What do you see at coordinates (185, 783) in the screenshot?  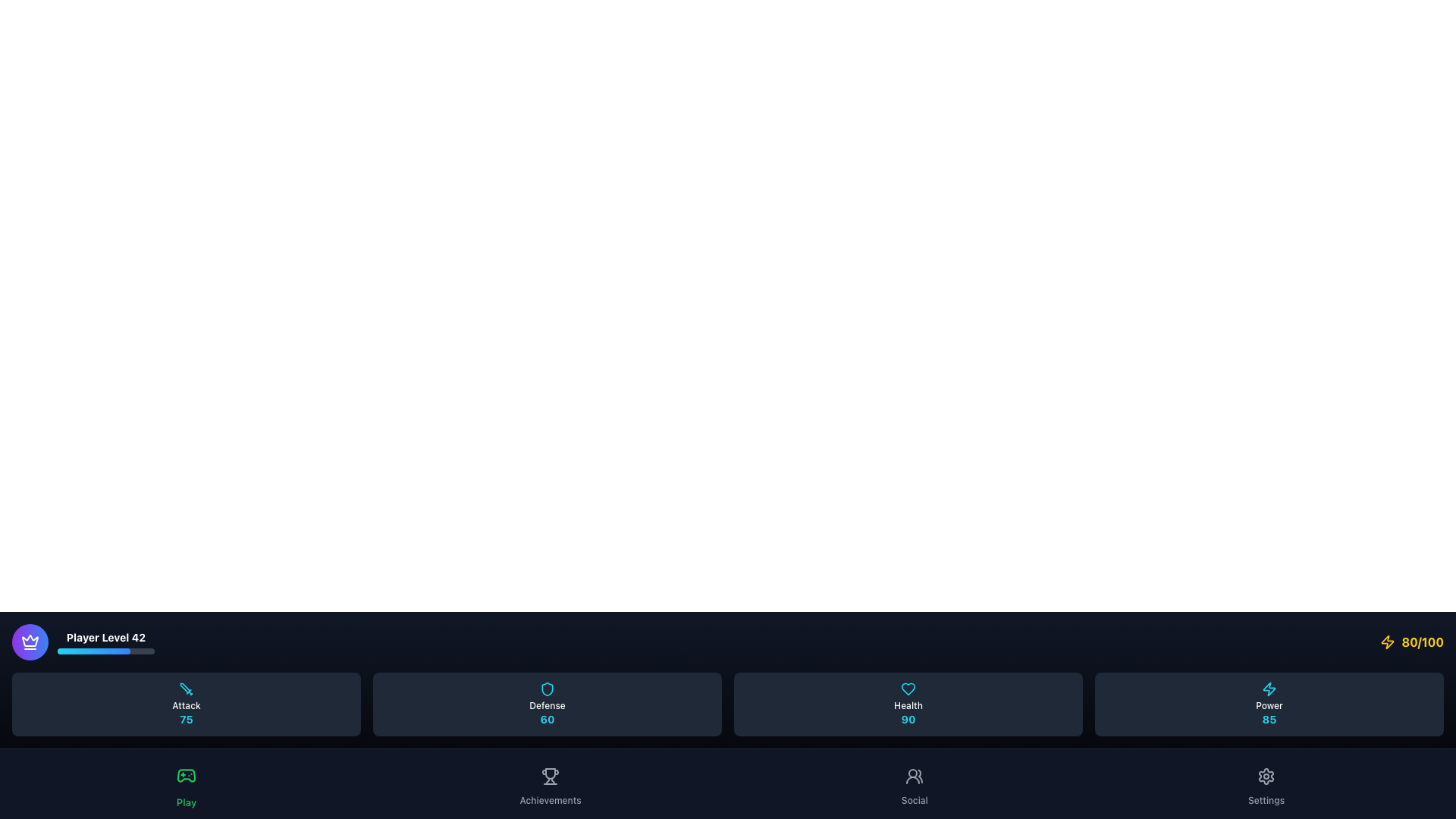 I see `the green 'Play' button with a game controller icon located at the bottom left section of the navigation bar` at bounding box center [185, 783].